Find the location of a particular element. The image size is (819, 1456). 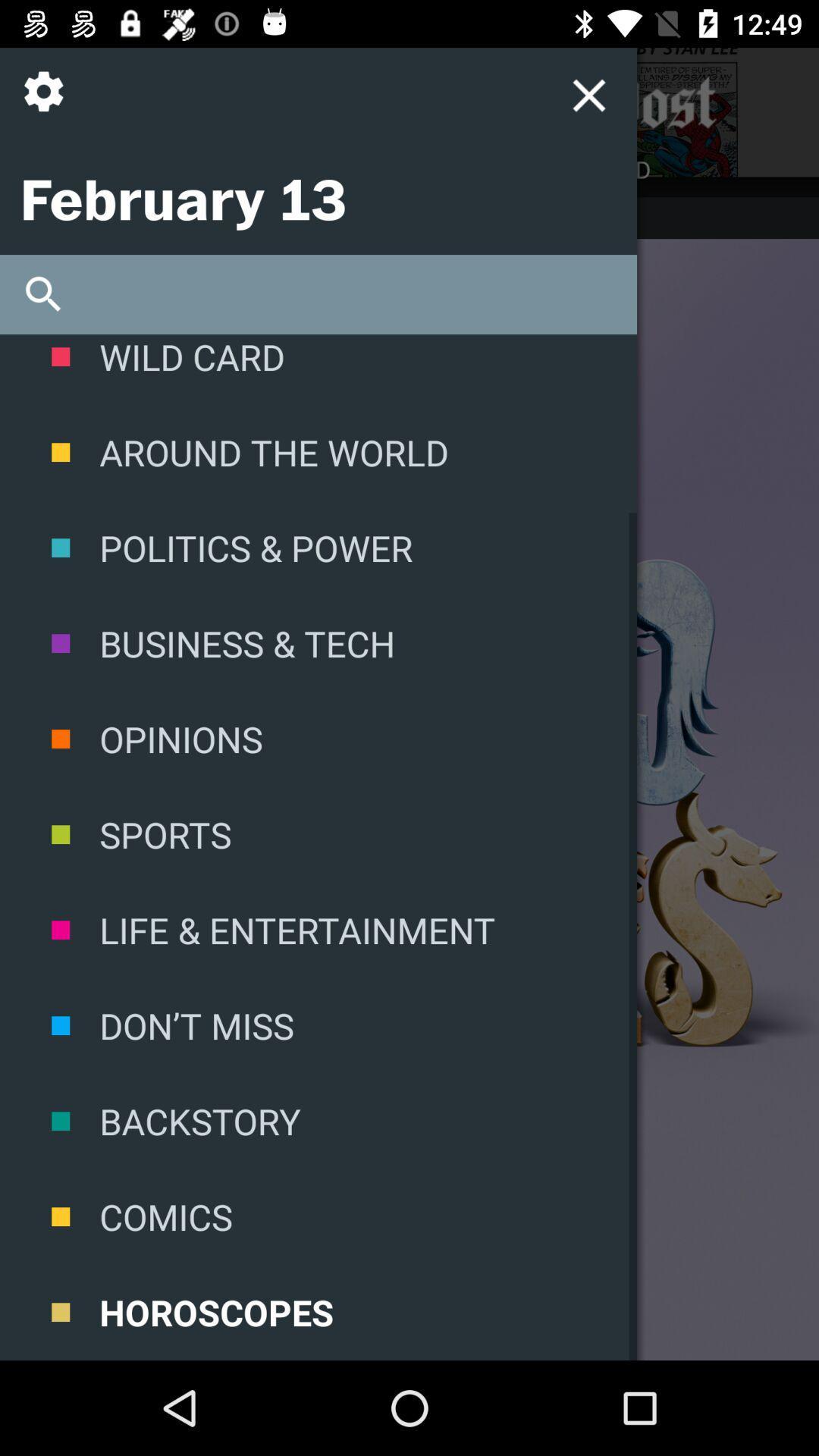

use search function is located at coordinates (318, 294).